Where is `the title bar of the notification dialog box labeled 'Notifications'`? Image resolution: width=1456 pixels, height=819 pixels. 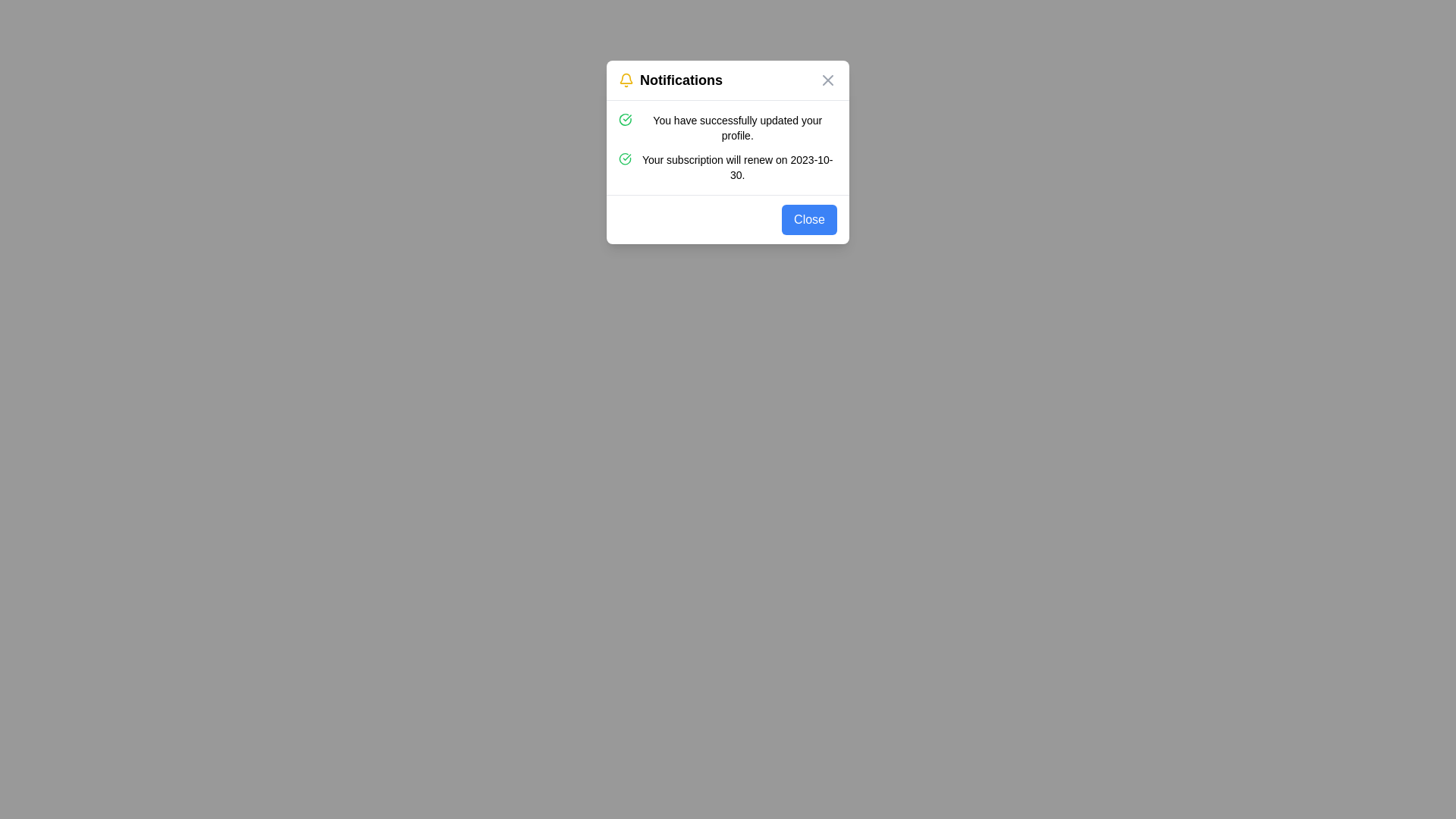 the title bar of the notification dialog box labeled 'Notifications' is located at coordinates (728, 80).